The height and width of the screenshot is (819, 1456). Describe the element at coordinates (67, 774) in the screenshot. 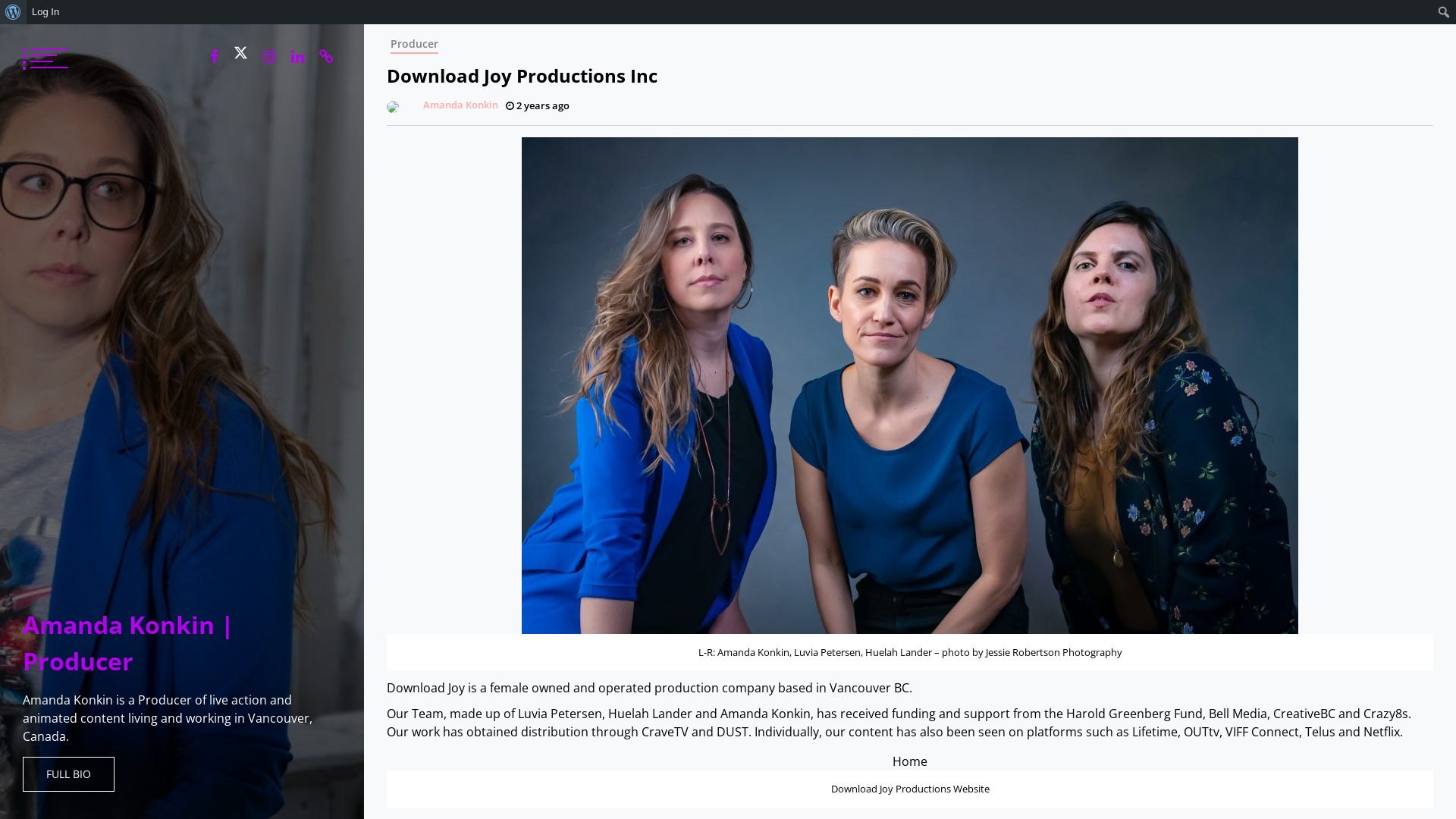

I see `'FULL BIO'` at that location.